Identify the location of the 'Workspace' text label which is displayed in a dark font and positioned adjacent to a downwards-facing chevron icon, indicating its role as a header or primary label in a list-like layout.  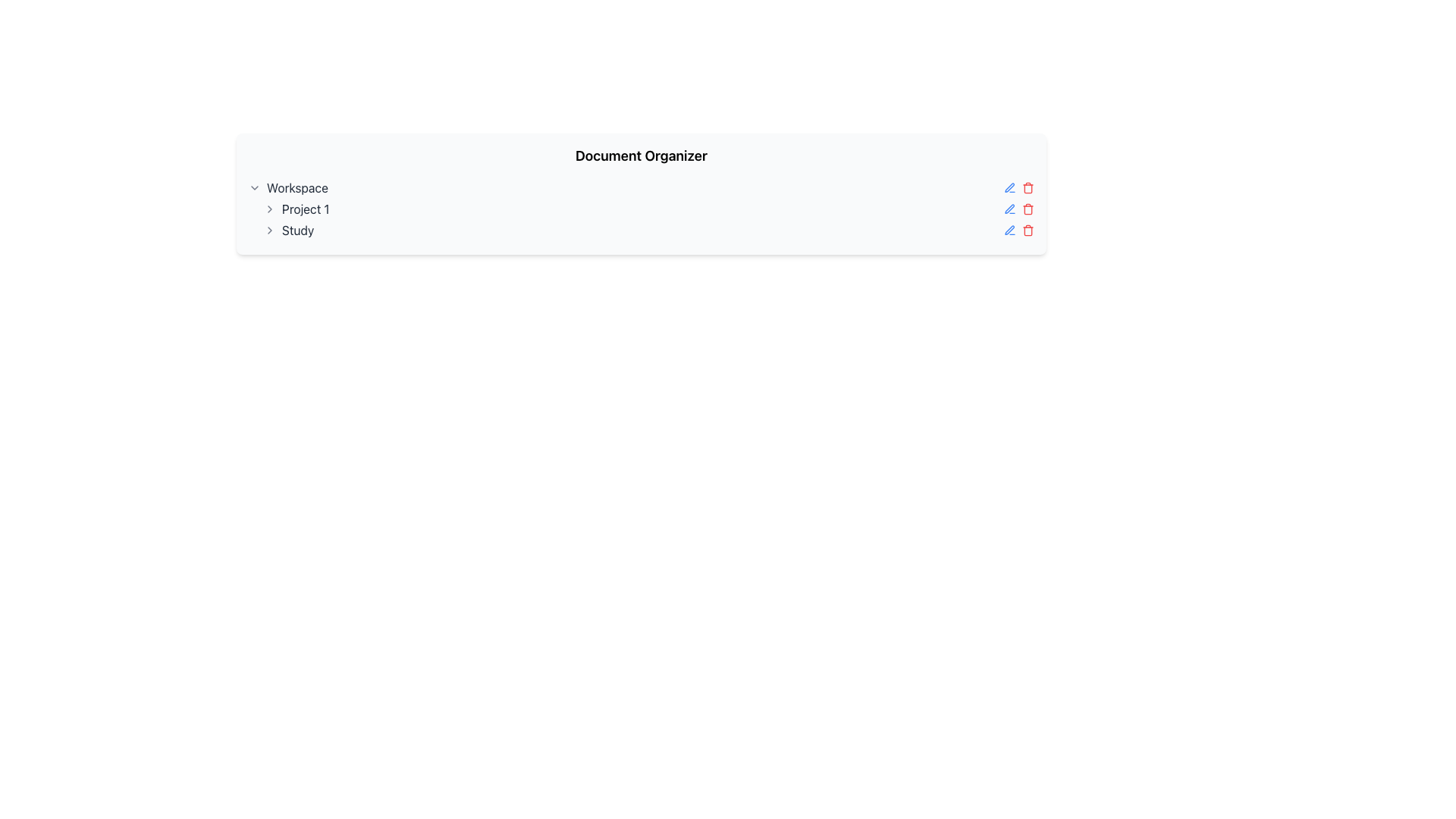
(297, 187).